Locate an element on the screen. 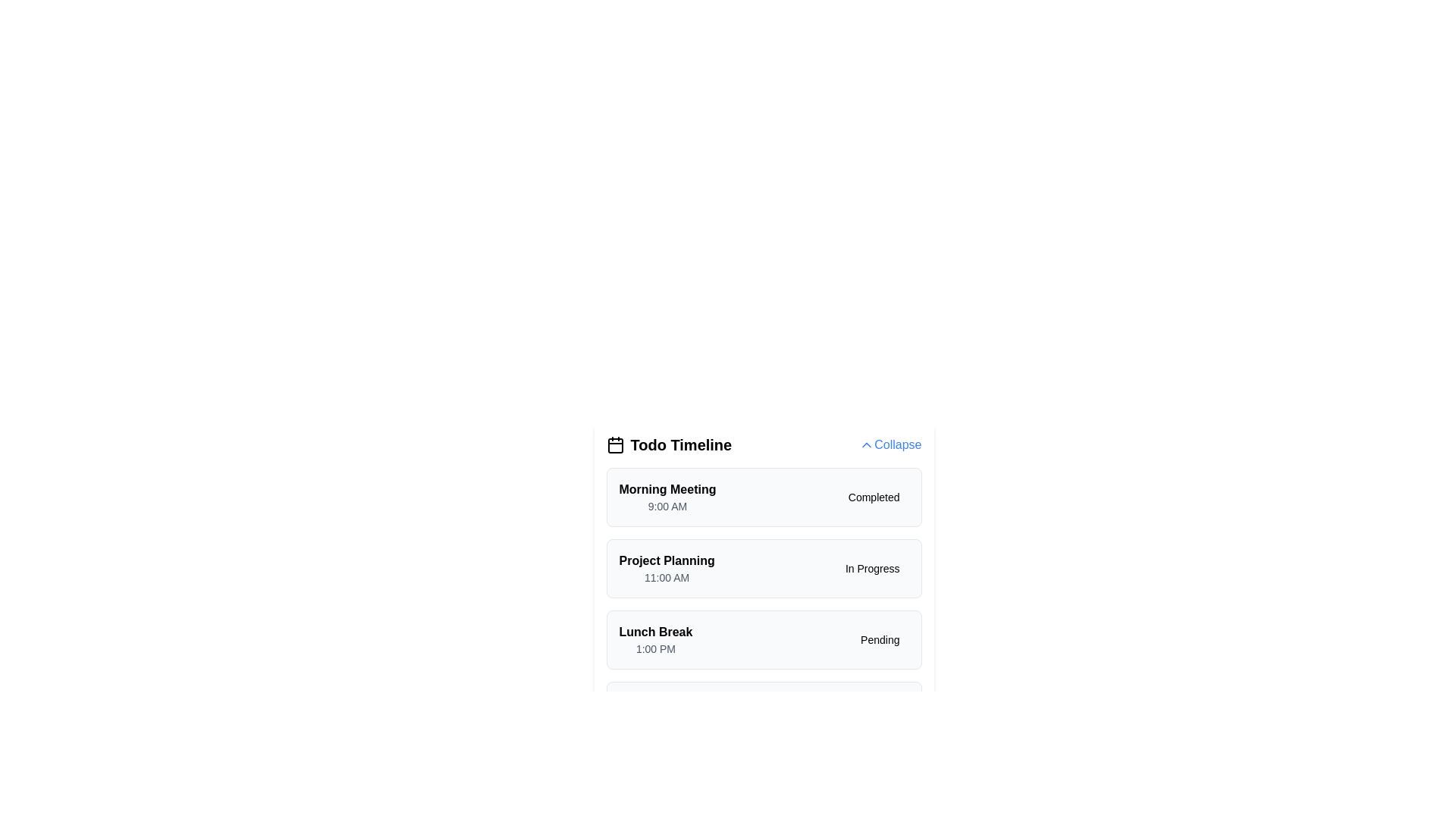  title text displayed in the Text Label for the 'Lunch Break - 1:00 PM' timeline entry, which is centrally located above the '1:00 PM' text is located at coordinates (655, 632).